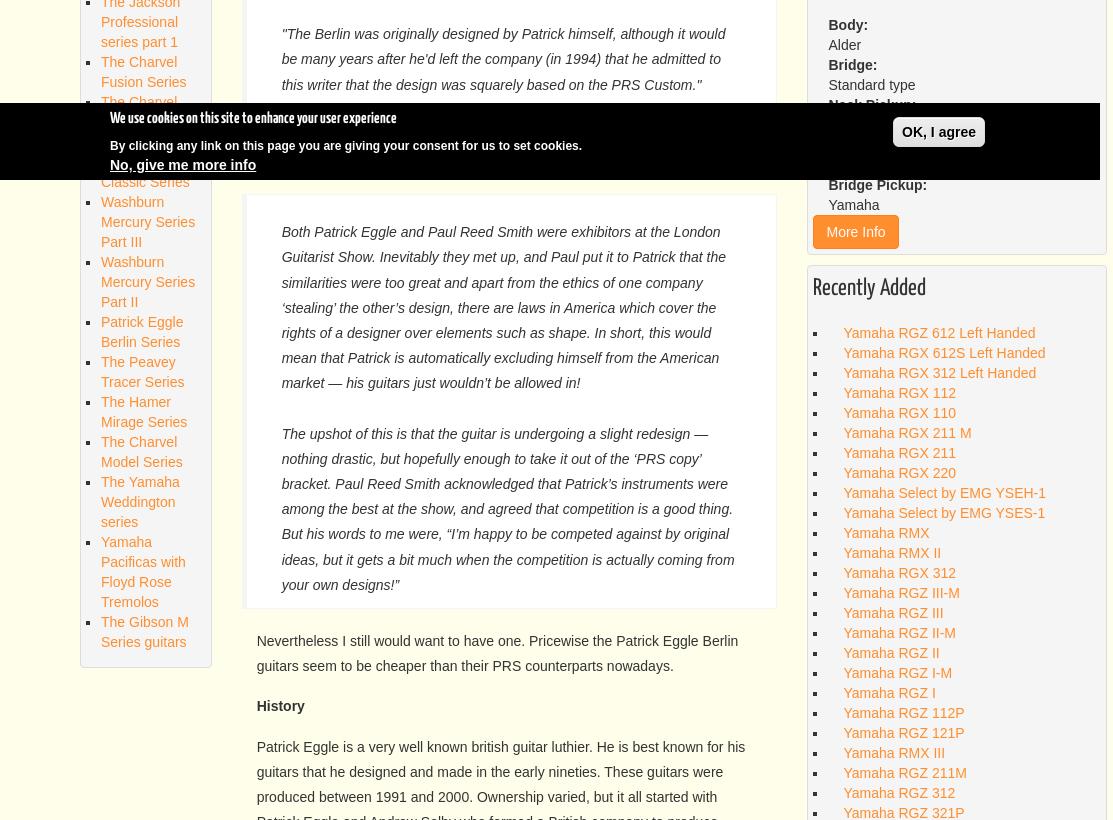  I want to click on 'Patrick Eggle Berlin Series', so click(141, 330).